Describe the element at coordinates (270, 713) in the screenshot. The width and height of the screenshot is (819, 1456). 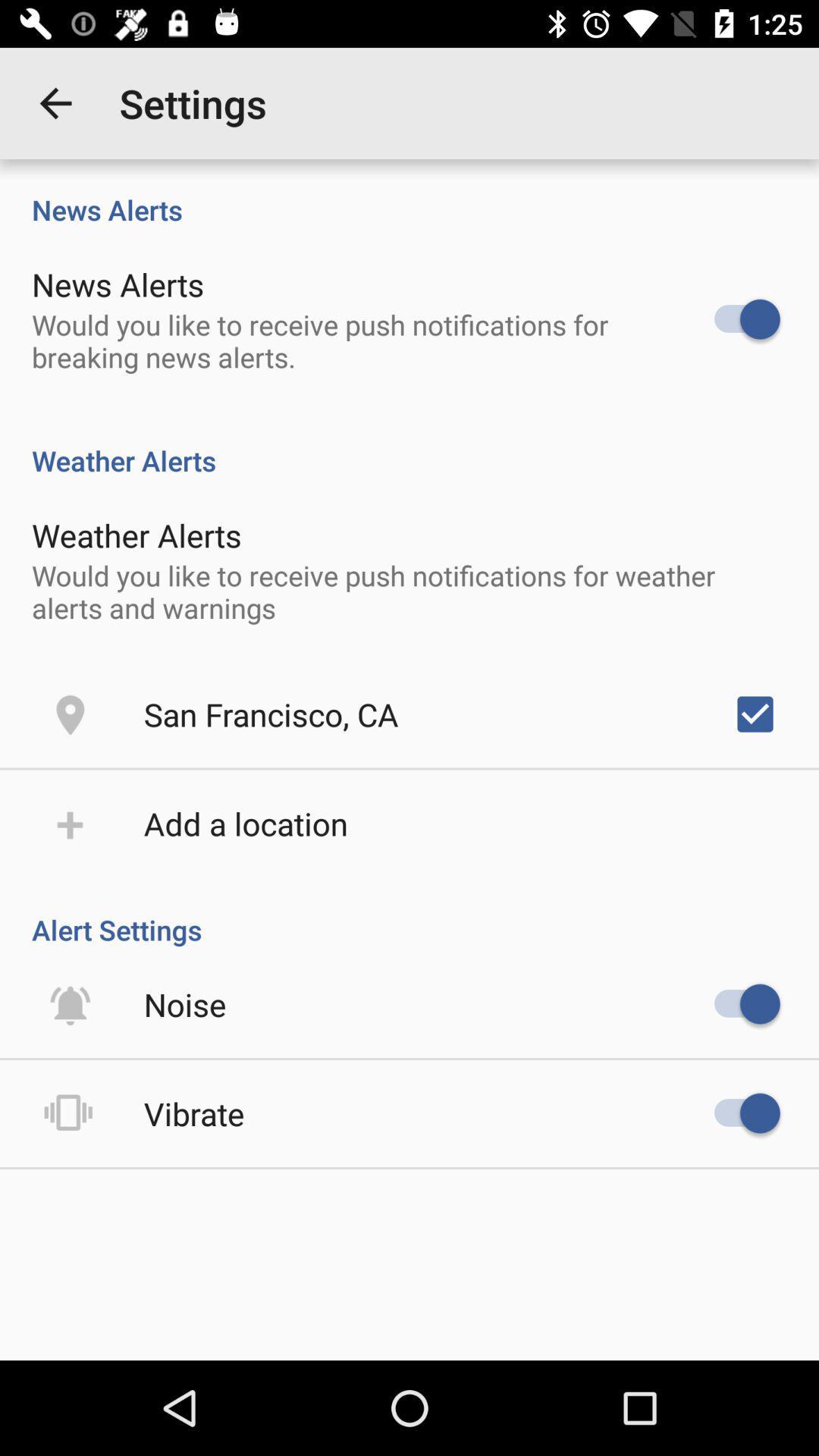
I see `the san francisco, ca icon` at that location.